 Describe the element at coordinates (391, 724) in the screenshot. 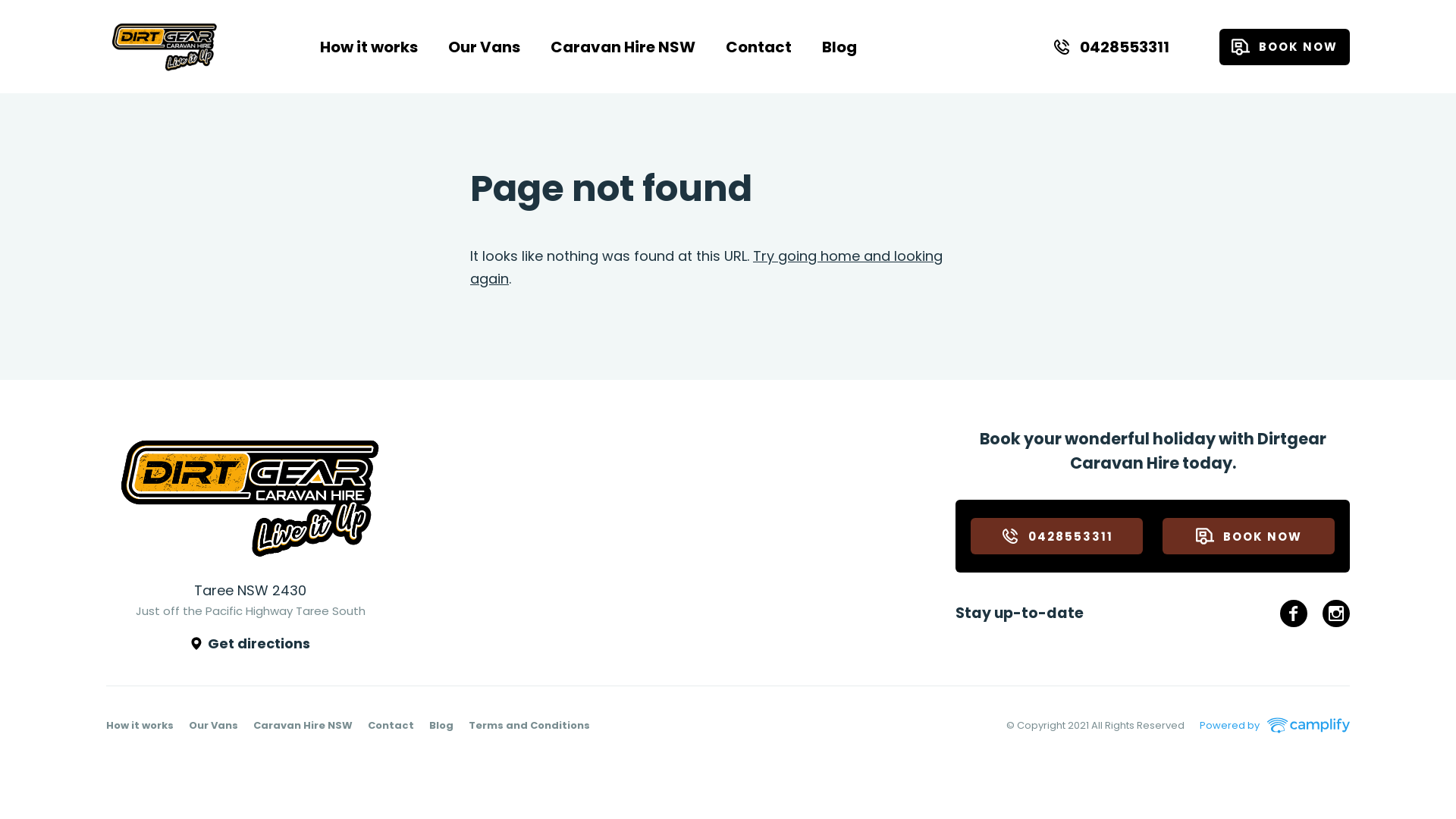

I see `'Contact'` at that location.